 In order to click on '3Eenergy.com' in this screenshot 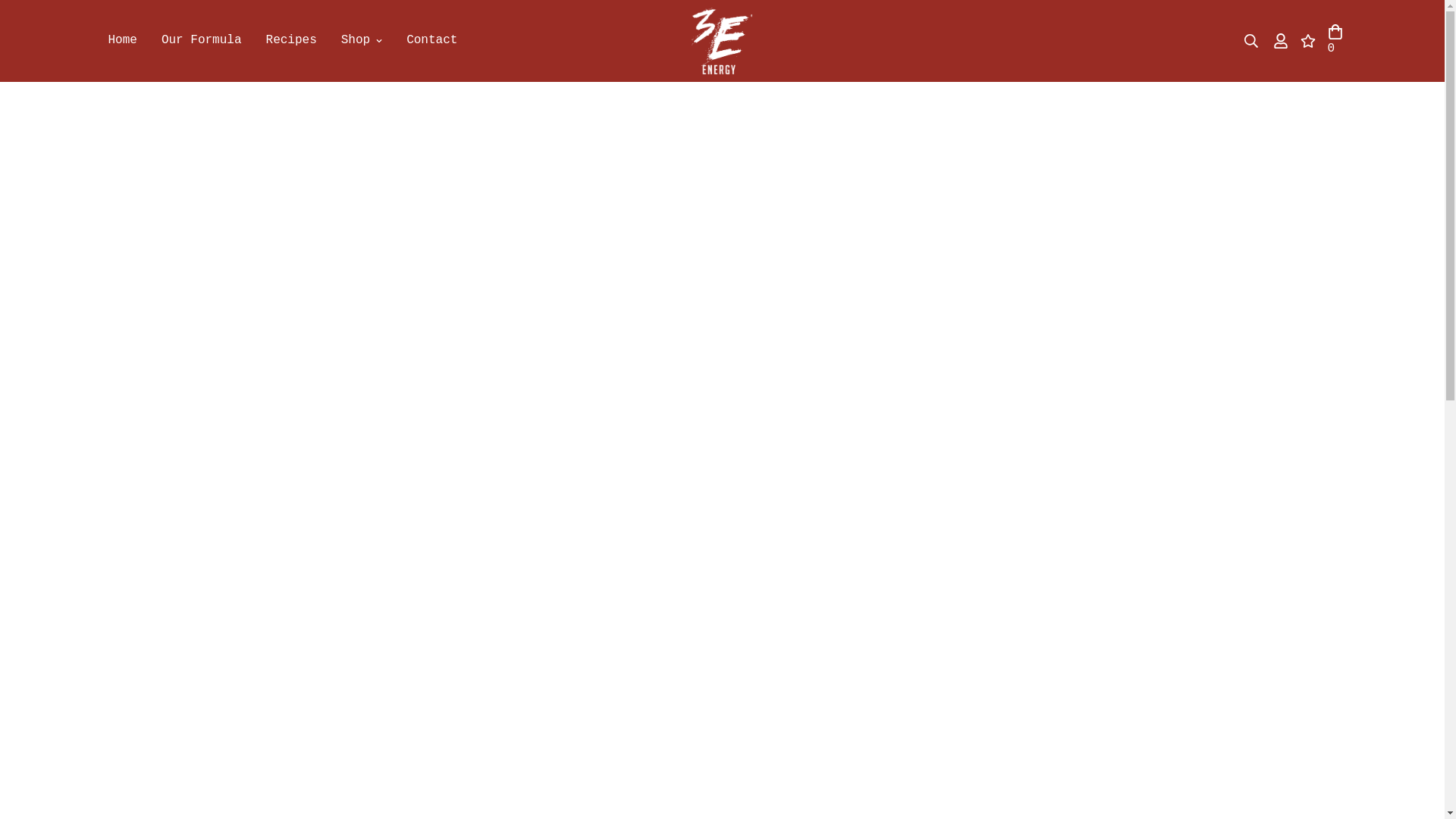, I will do `click(720, 40)`.